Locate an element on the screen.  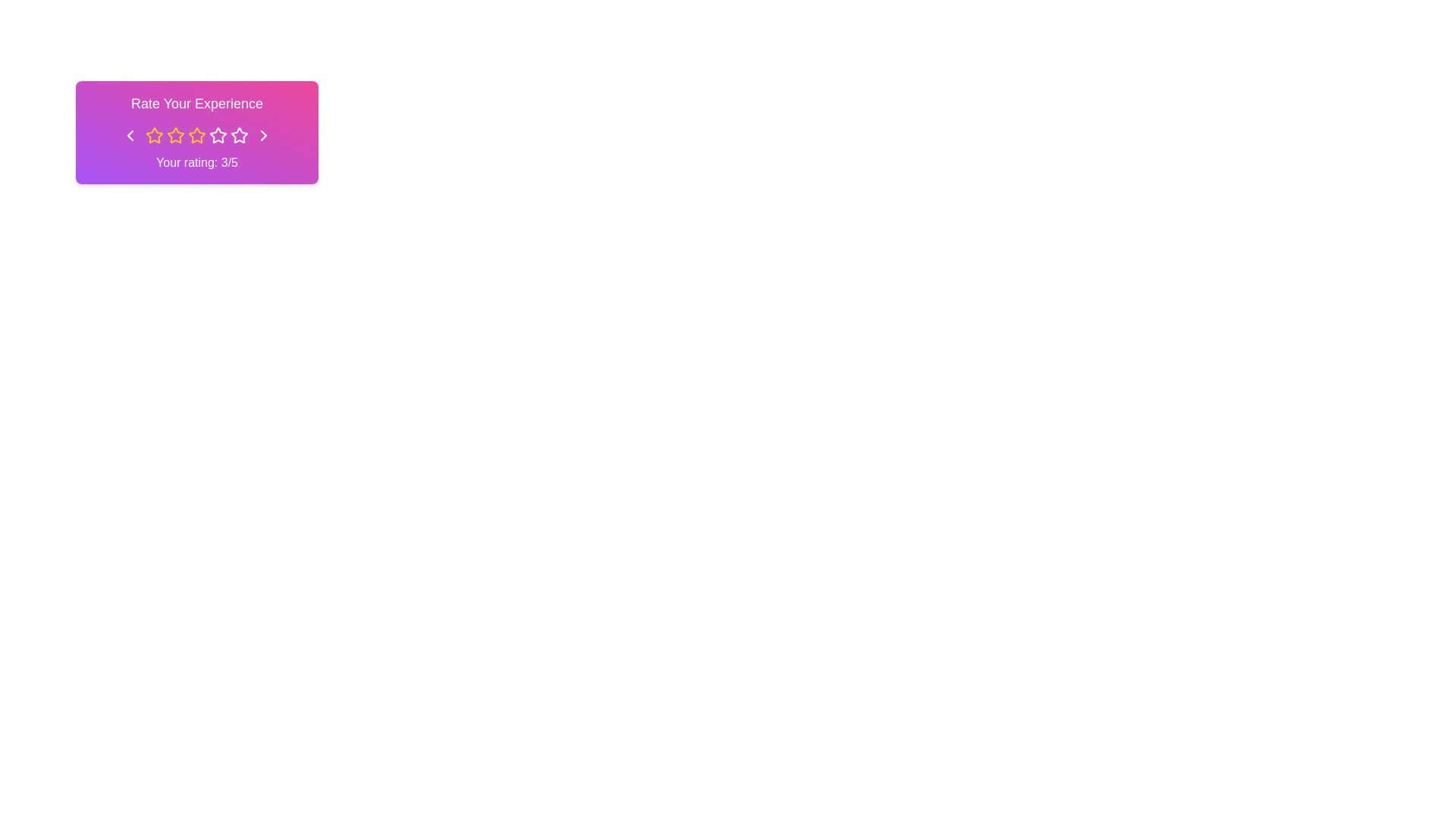
the forward navigation icon, which is the second arrow in a row of interactive components, positioned to the right of the left-chevron arrow and adjacent to the rating stars is located at coordinates (263, 134).